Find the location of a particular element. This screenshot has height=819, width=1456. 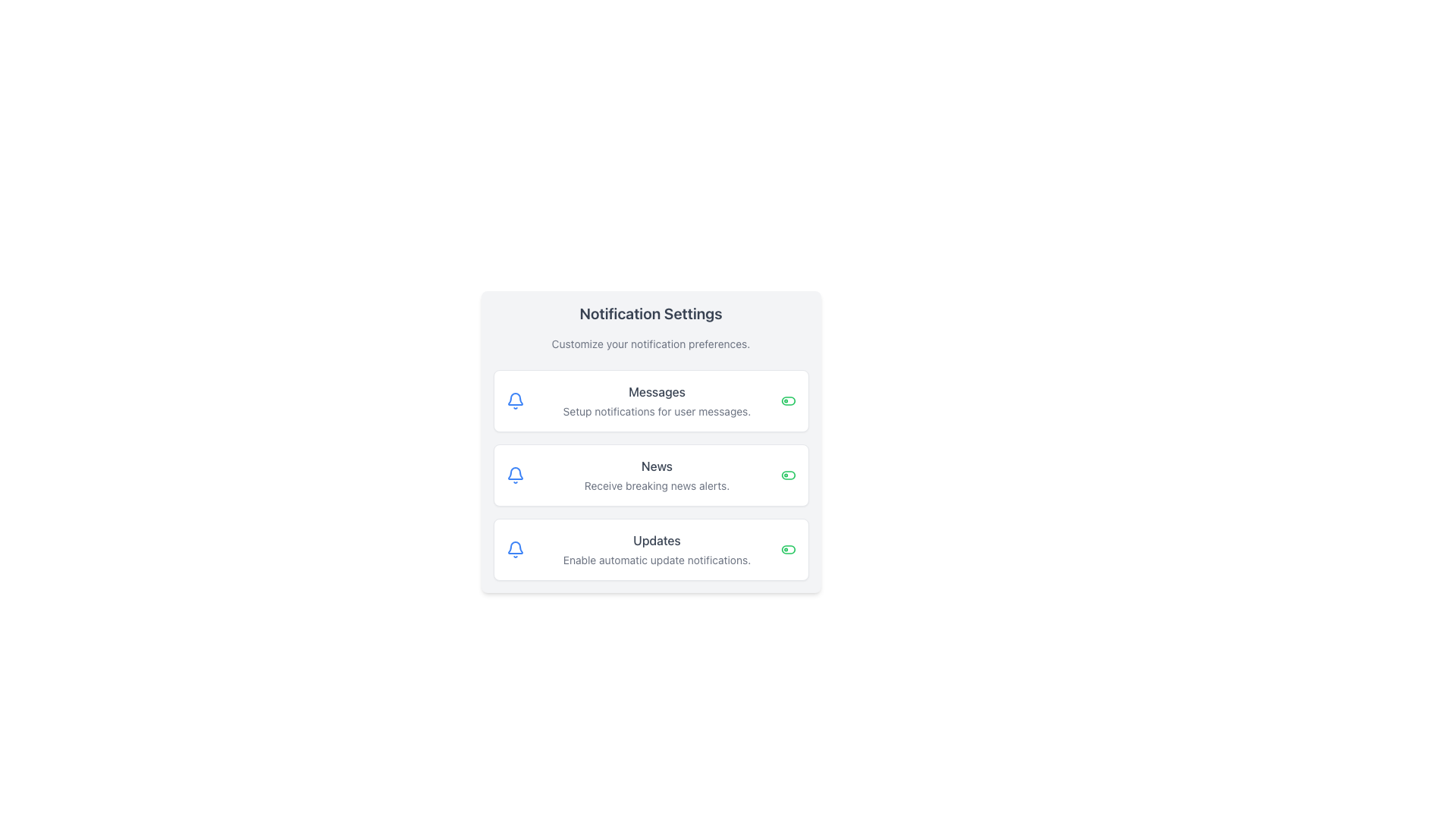

details of the informational text block element that contains the bolded text 'Updates' and the smaller text 'Enable automatic update notifications.', located in the third position of a vertical stack of notification settings cards is located at coordinates (657, 550).